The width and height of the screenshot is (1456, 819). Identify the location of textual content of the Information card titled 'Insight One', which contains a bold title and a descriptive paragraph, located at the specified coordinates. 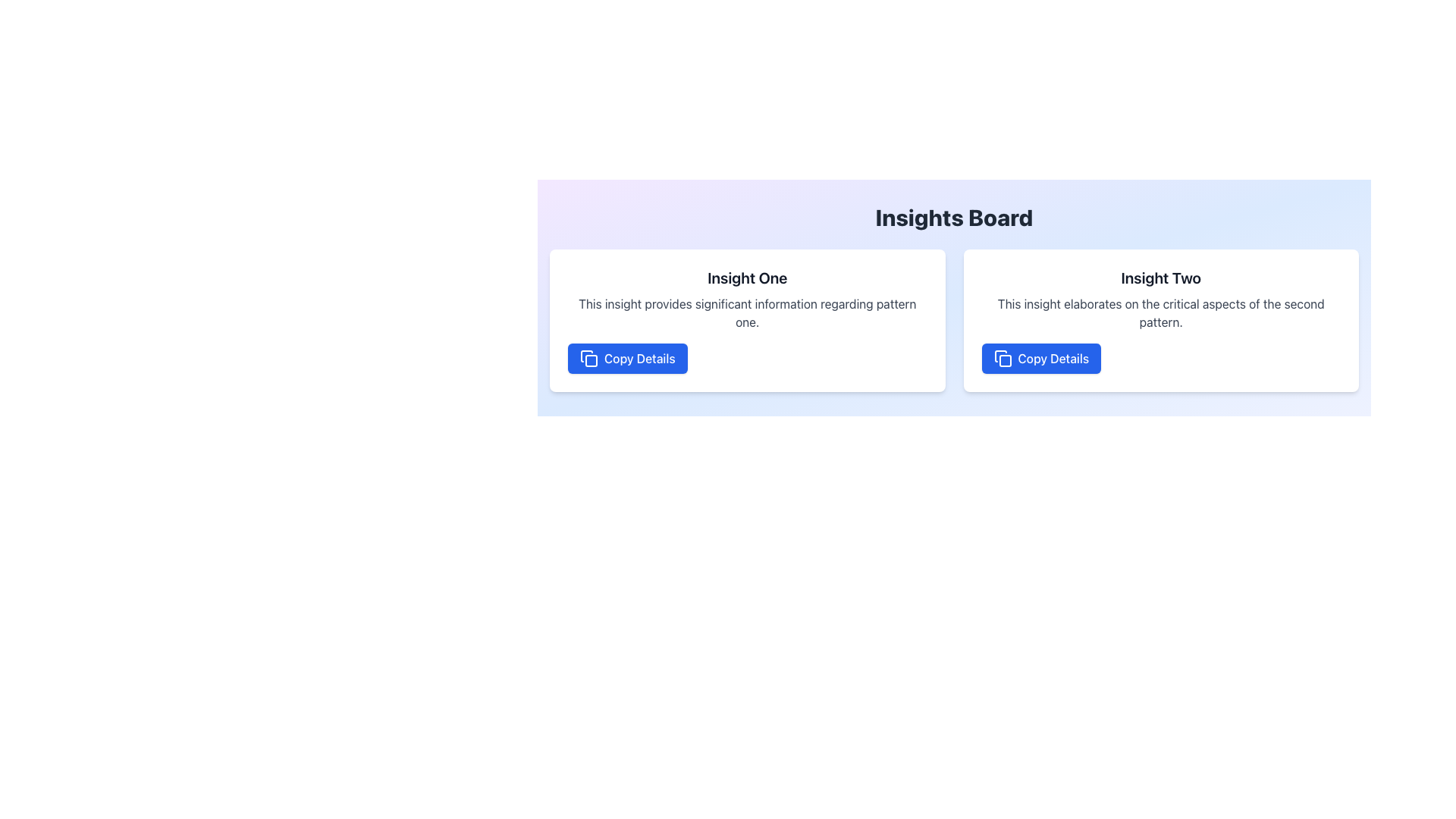
(747, 320).